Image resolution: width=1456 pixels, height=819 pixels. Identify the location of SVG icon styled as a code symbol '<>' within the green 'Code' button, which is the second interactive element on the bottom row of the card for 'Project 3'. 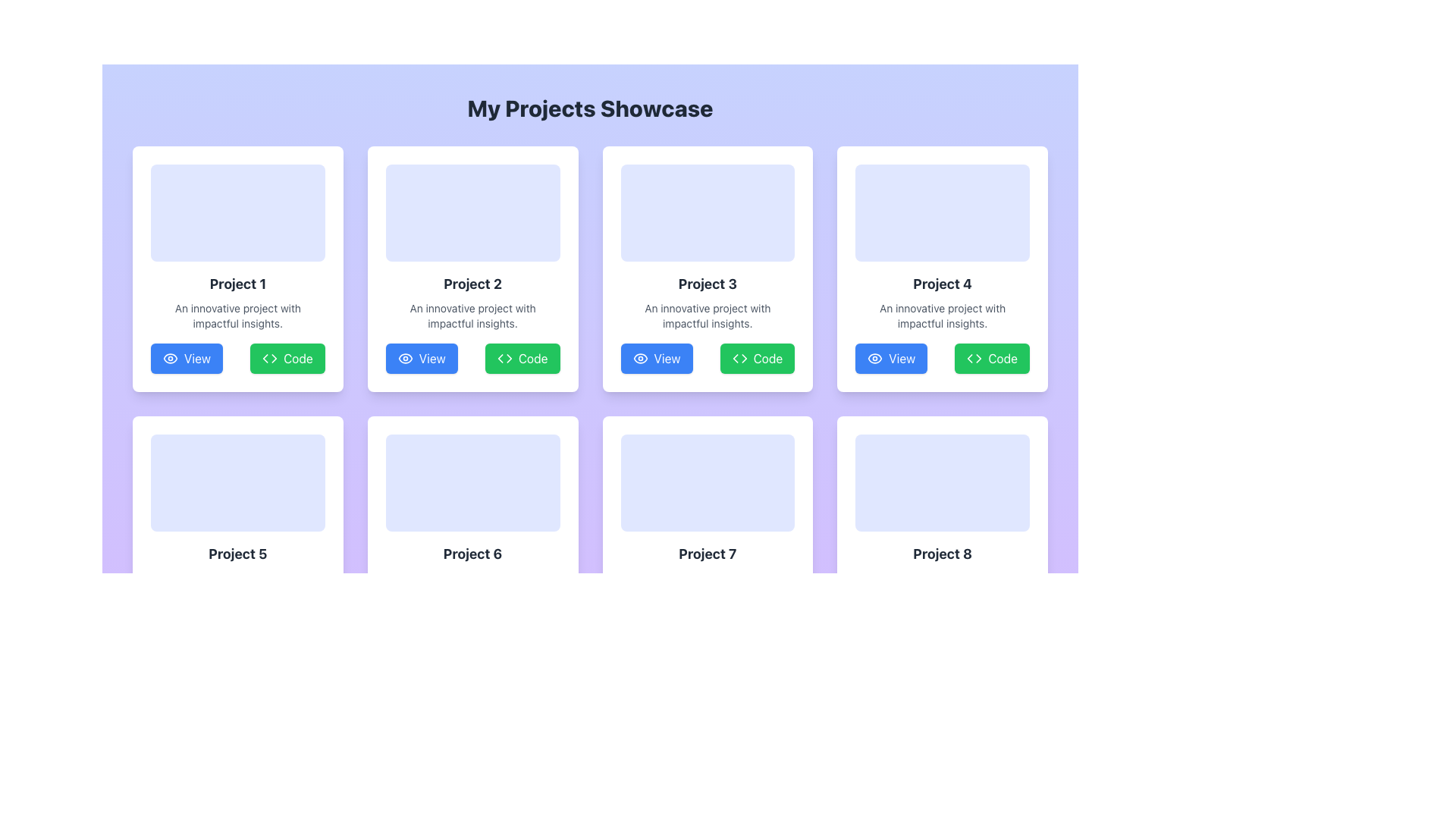
(739, 359).